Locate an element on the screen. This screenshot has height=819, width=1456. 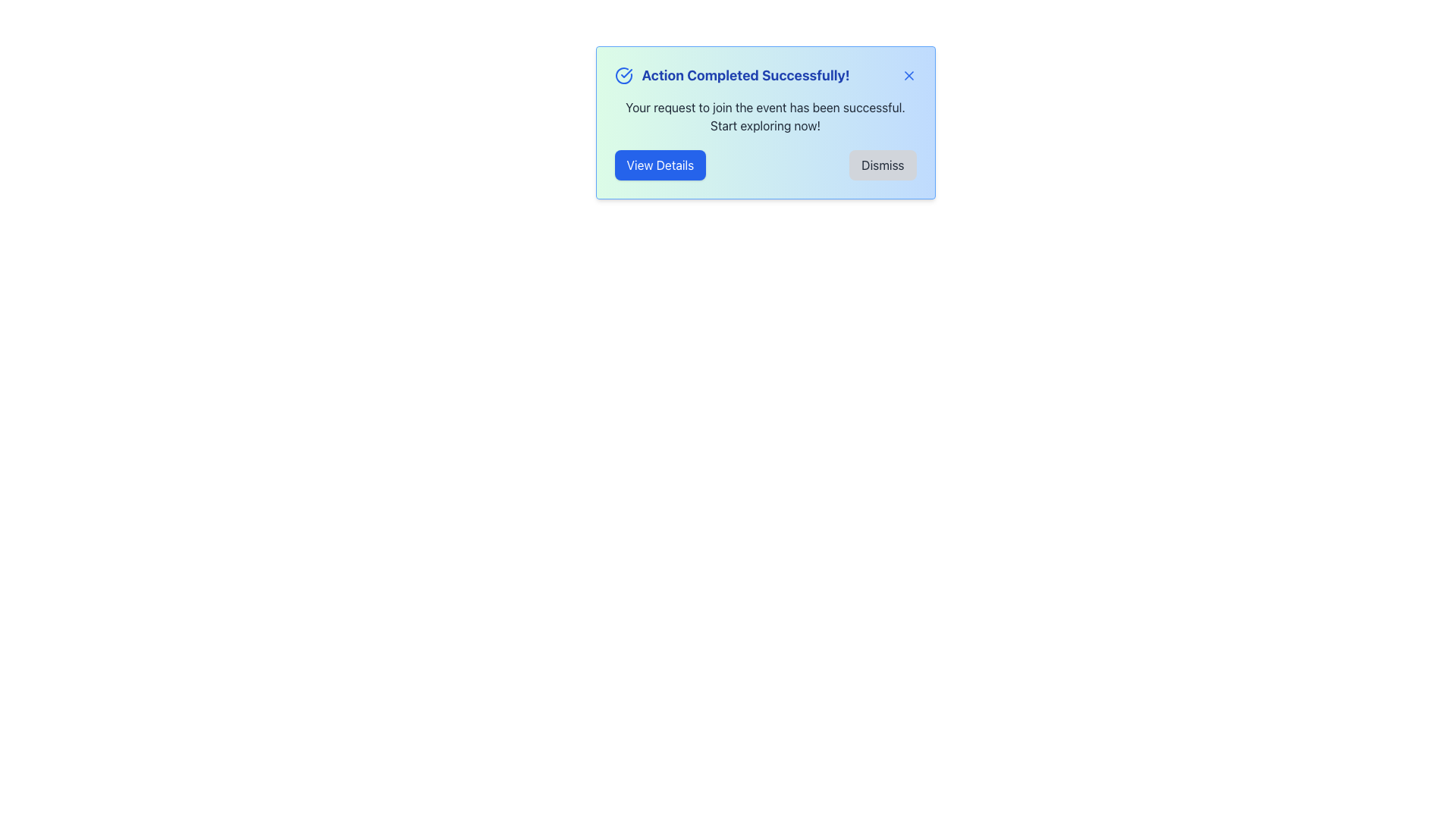
the 'View Details' button located at the bottom-left corner of the popup is located at coordinates (660, 165).